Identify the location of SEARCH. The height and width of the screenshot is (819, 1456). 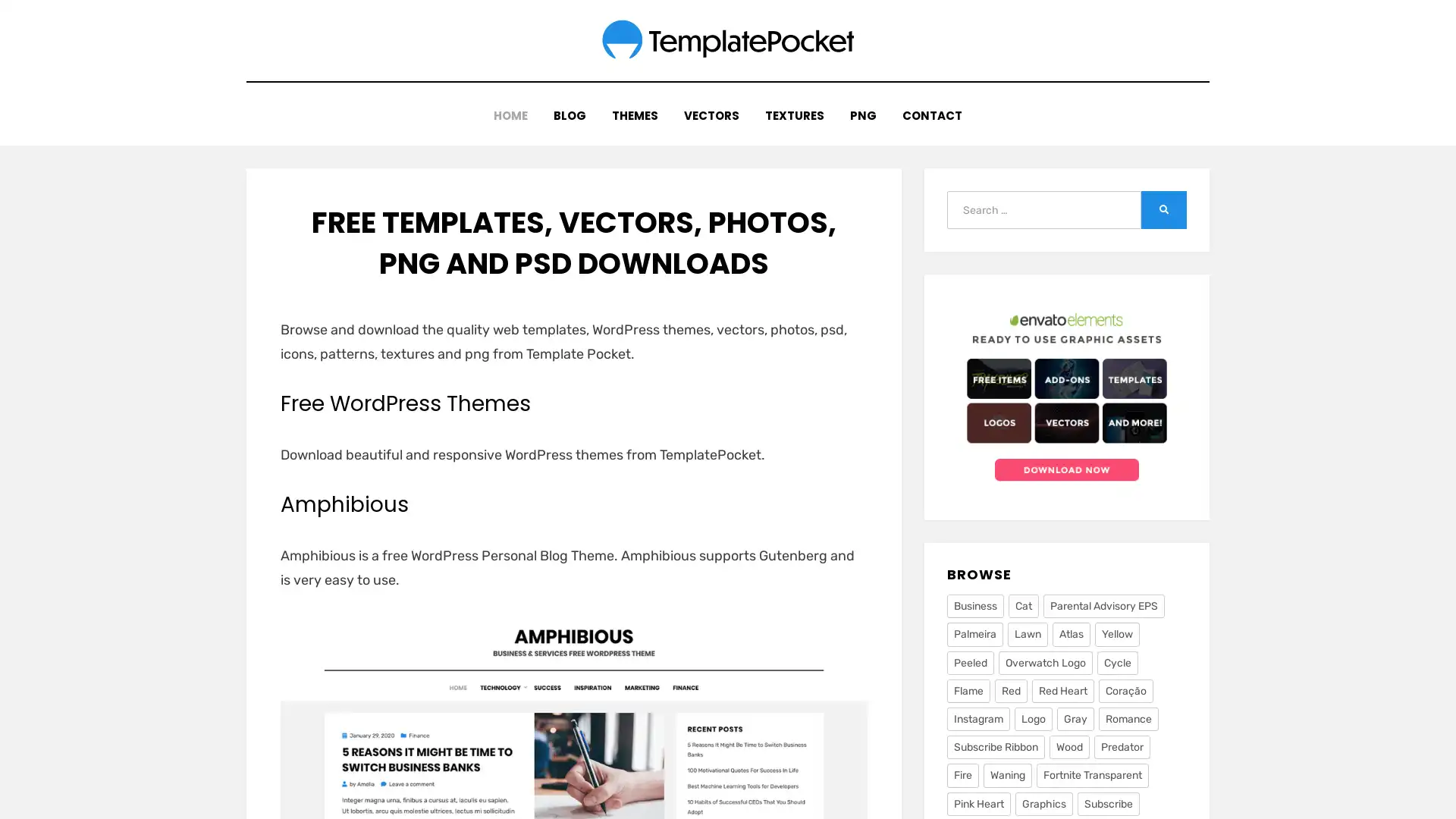
(1163, 200).